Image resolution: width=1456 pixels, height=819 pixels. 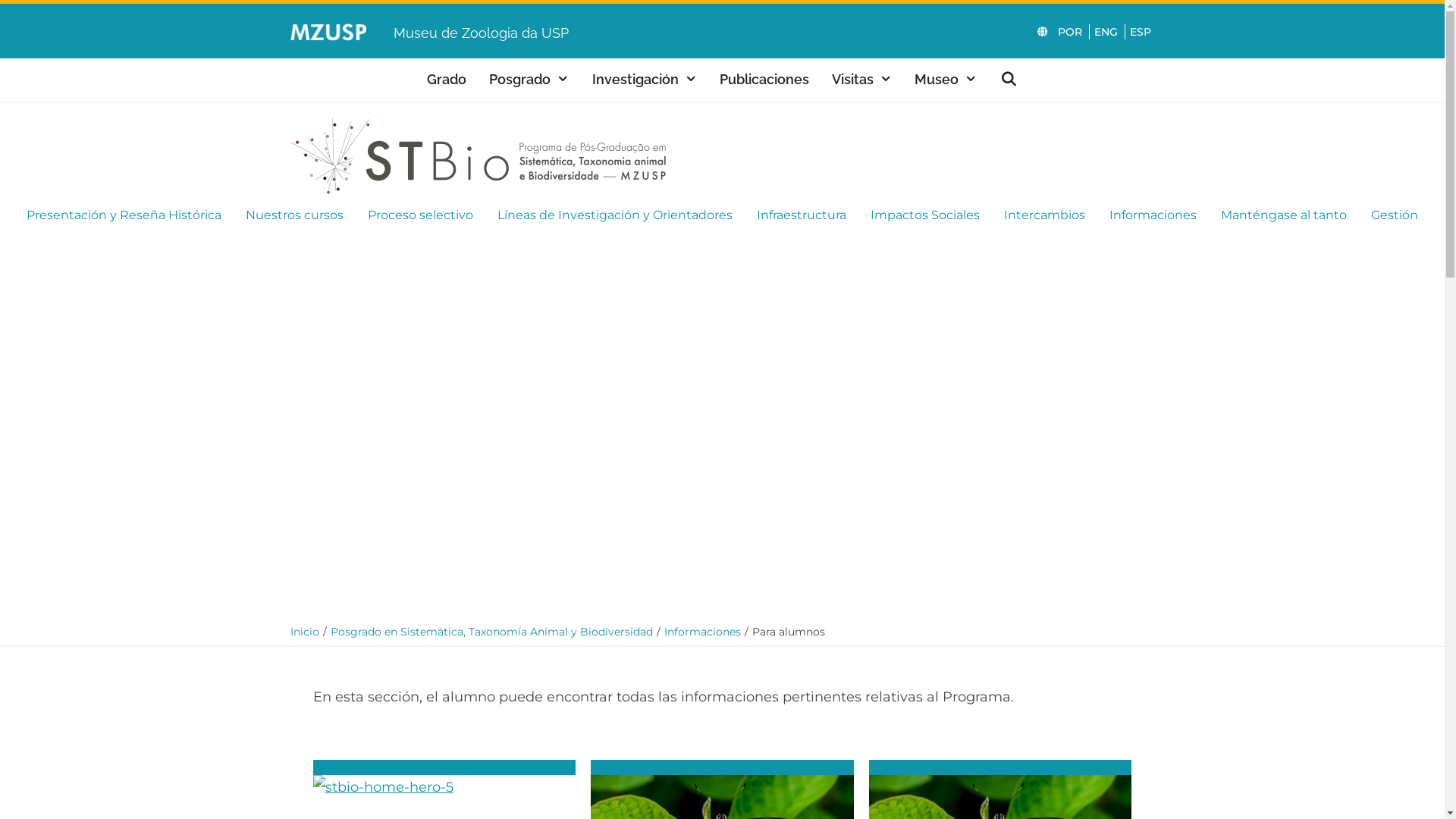 What do you see at coordinates (1139, 32) in the screenshot?
I see `'ESP'` at bounding box center [1139, 32].